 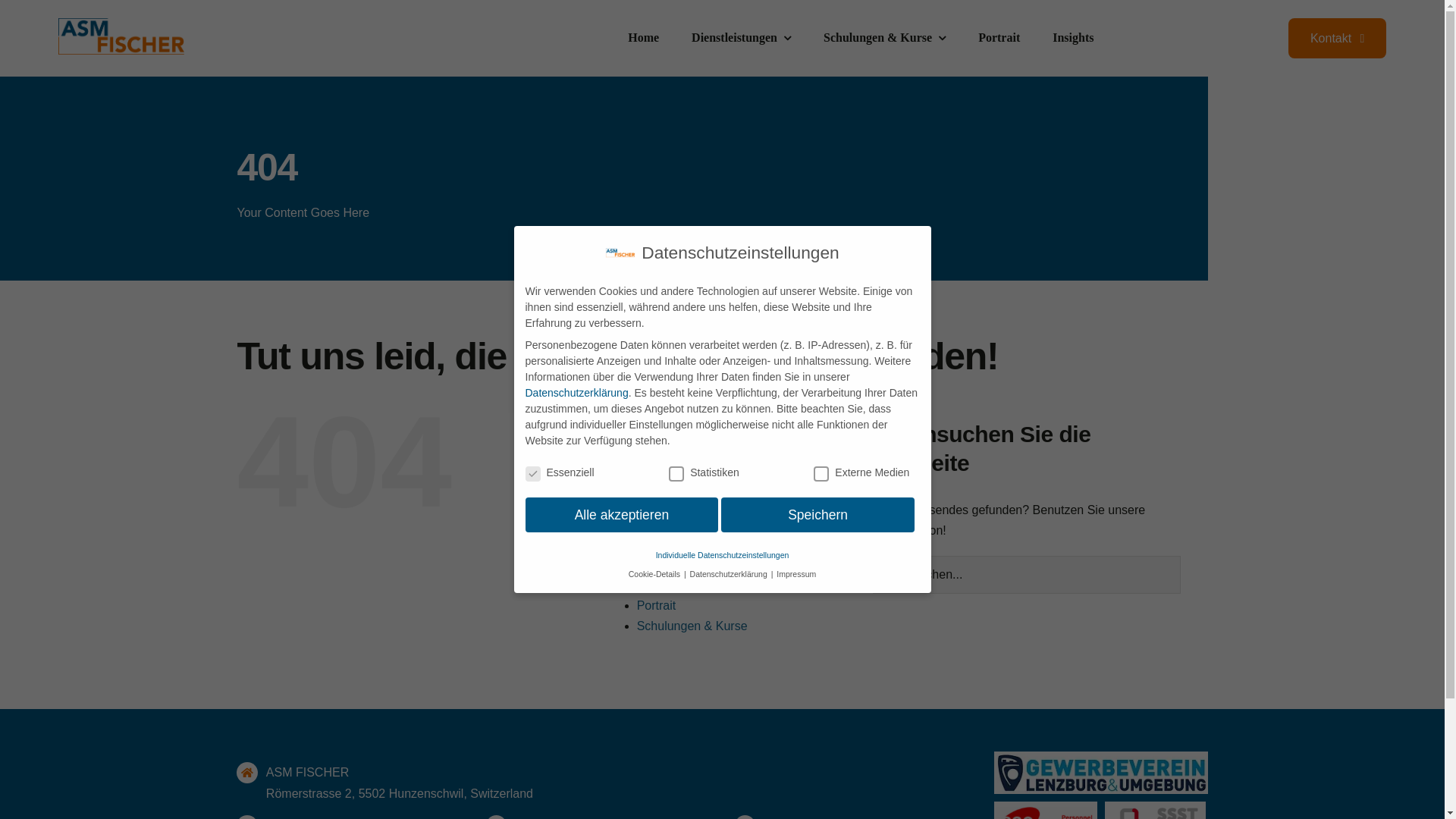 I want to click on 'Dienstleistungen', so click(x=741, y=37).